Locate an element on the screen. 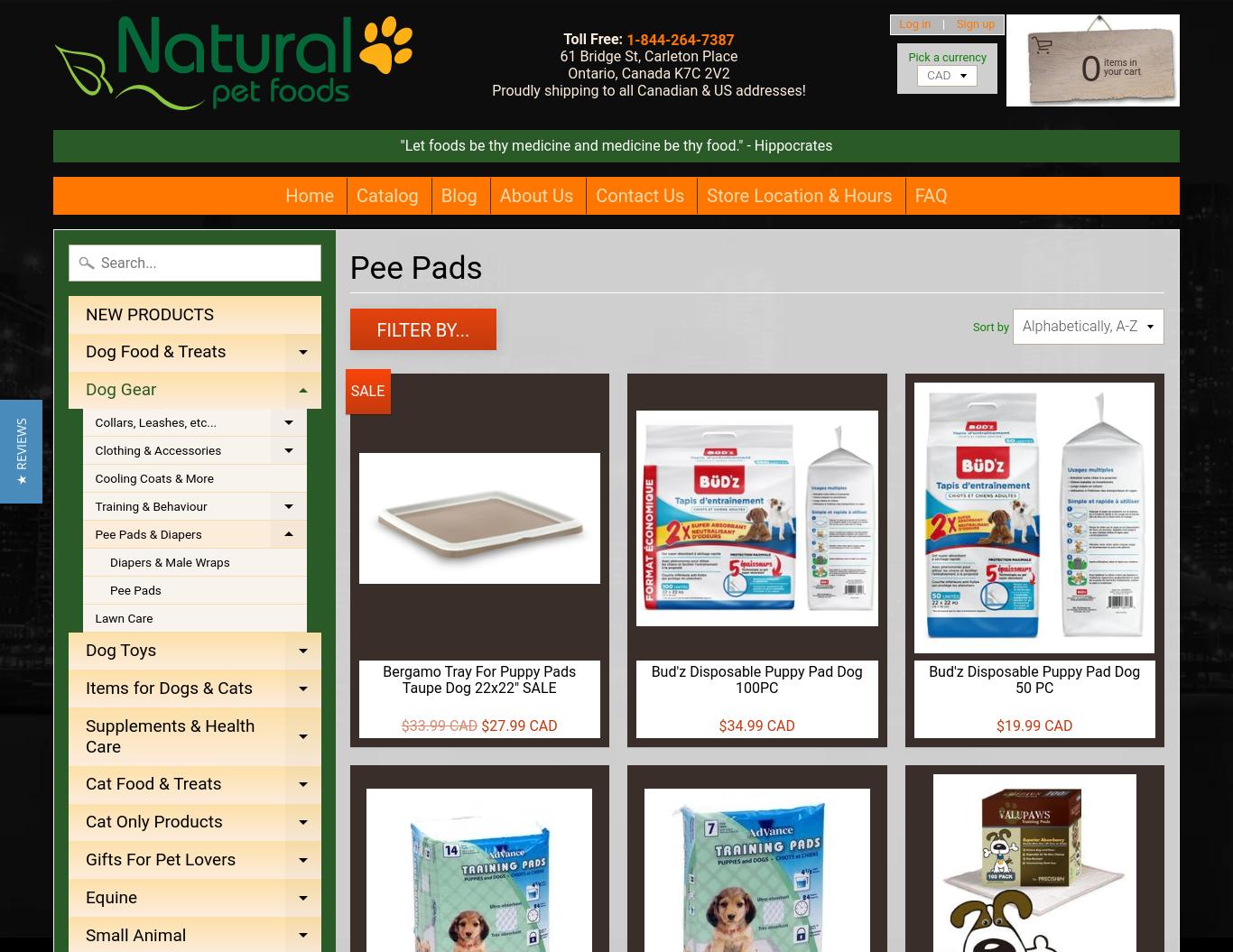 The image size is (1233, 952). 'Filter by...' is located at coordinates (422, 329).